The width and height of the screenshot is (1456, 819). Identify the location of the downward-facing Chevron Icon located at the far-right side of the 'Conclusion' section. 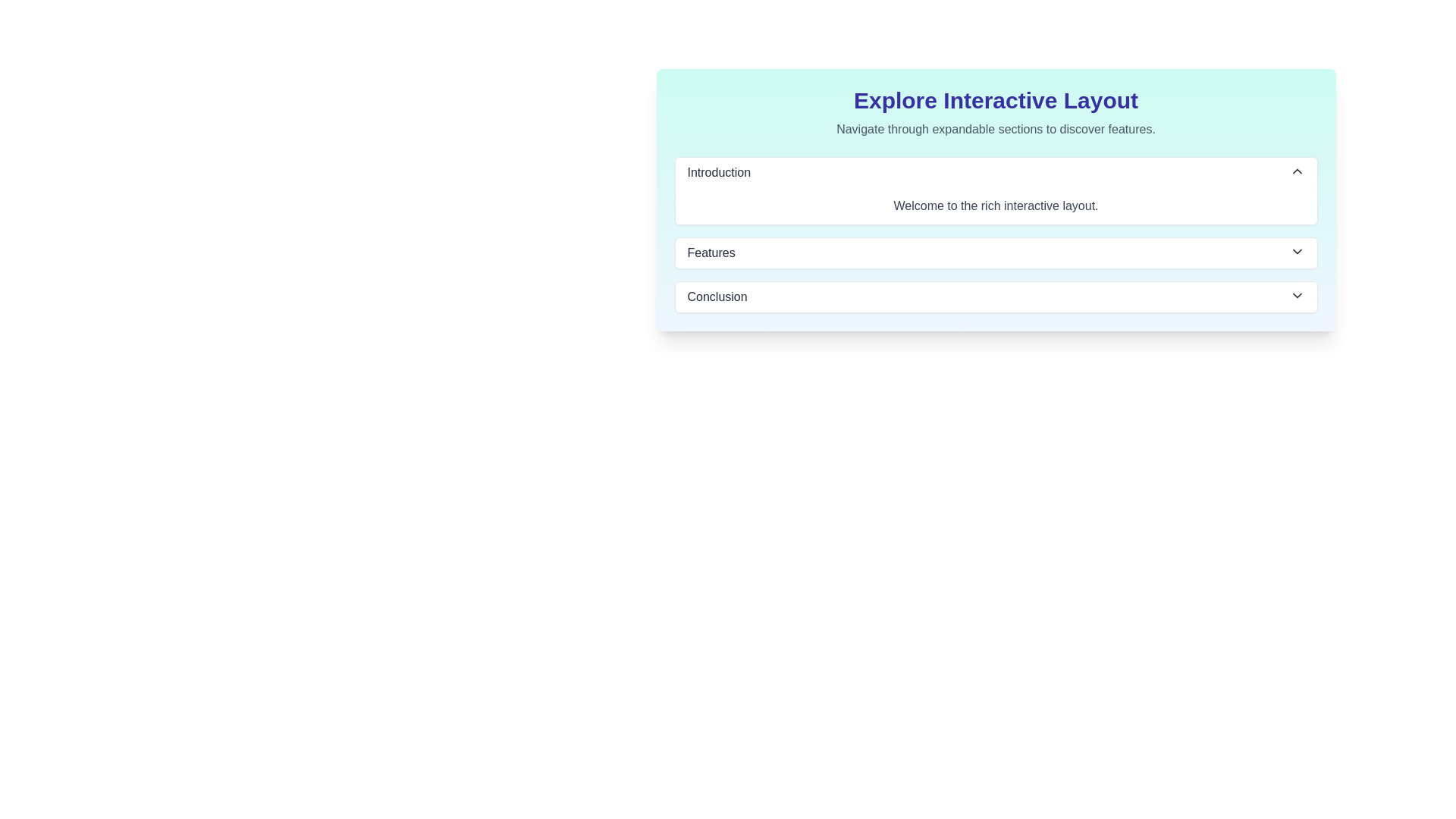
(1296, 295).